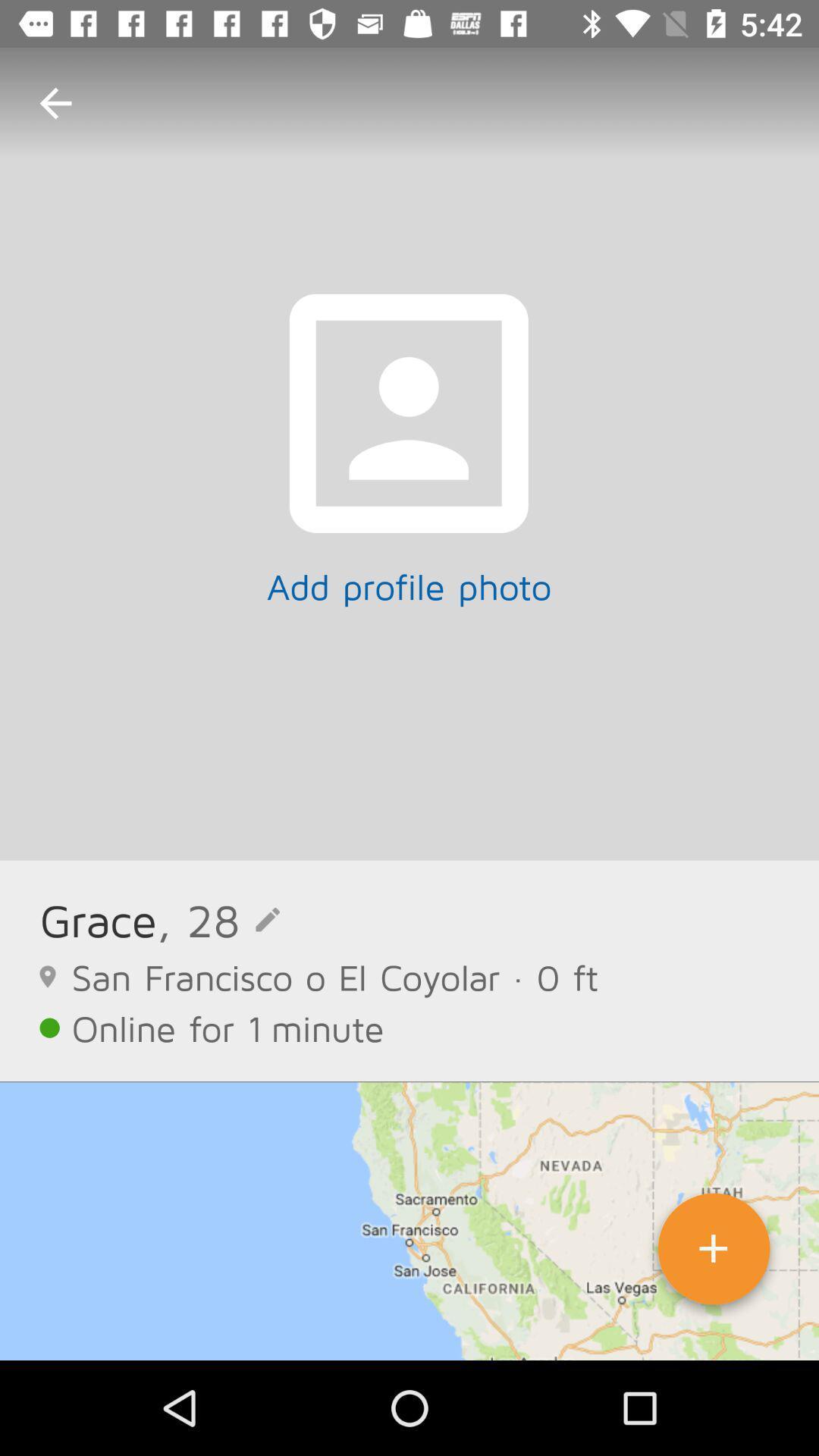  I want to click on icon above the san francisco o item, so click(98, 919).